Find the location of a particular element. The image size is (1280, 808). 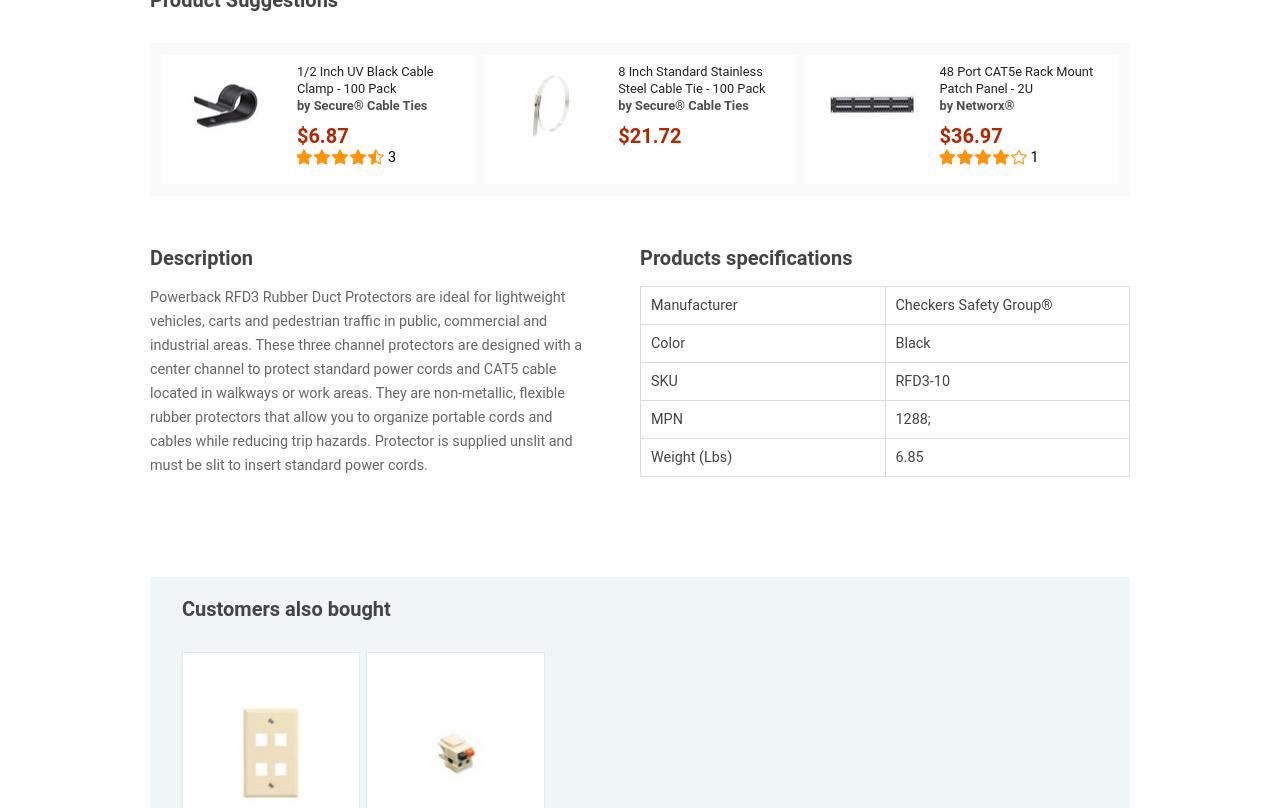

'48 Port CAT5e Rack Mount Patch Panel - 2U' is located at coordinates (938, 79).